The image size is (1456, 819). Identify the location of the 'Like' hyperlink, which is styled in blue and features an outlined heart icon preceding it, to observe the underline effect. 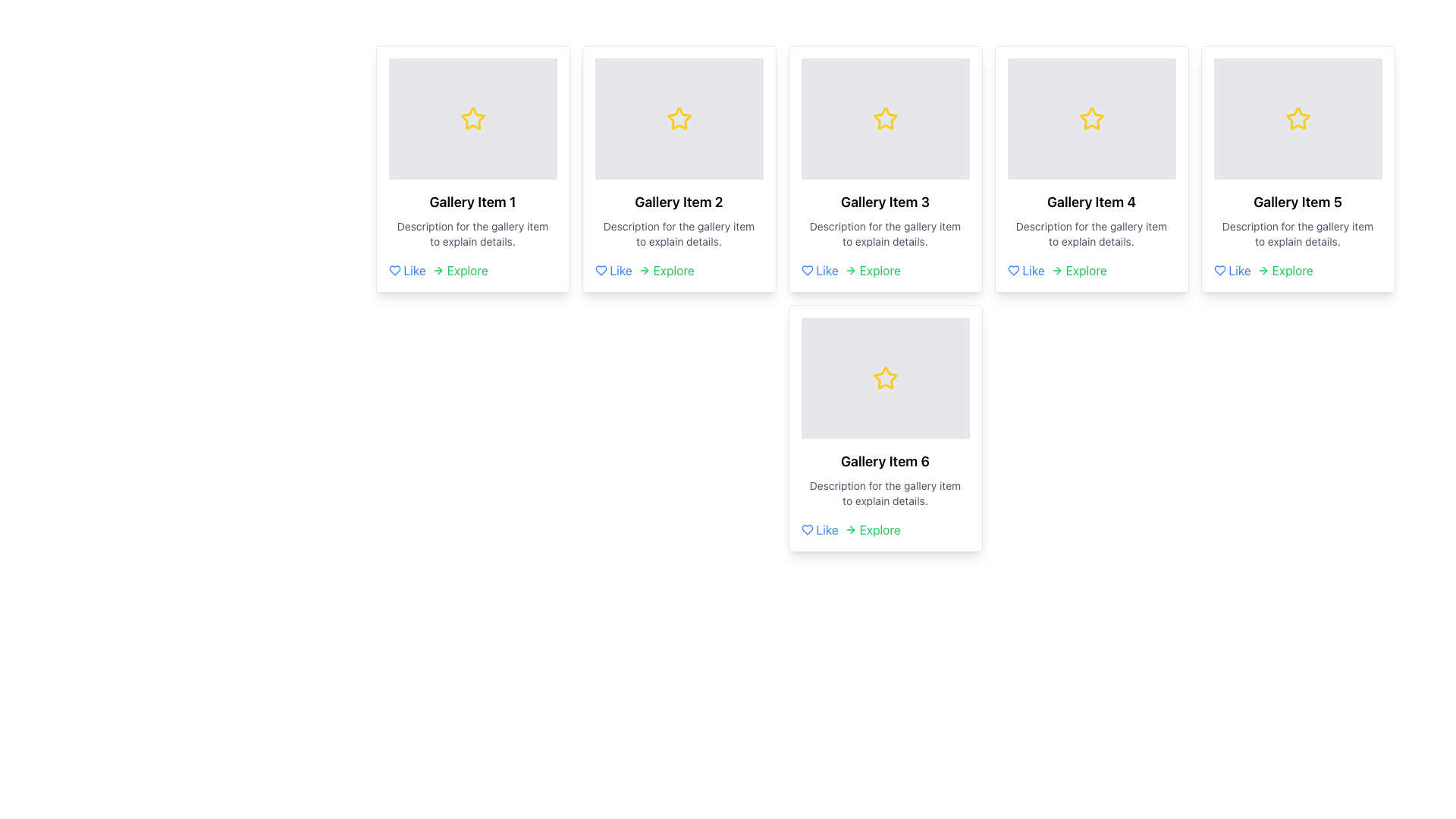
(1232, 270).